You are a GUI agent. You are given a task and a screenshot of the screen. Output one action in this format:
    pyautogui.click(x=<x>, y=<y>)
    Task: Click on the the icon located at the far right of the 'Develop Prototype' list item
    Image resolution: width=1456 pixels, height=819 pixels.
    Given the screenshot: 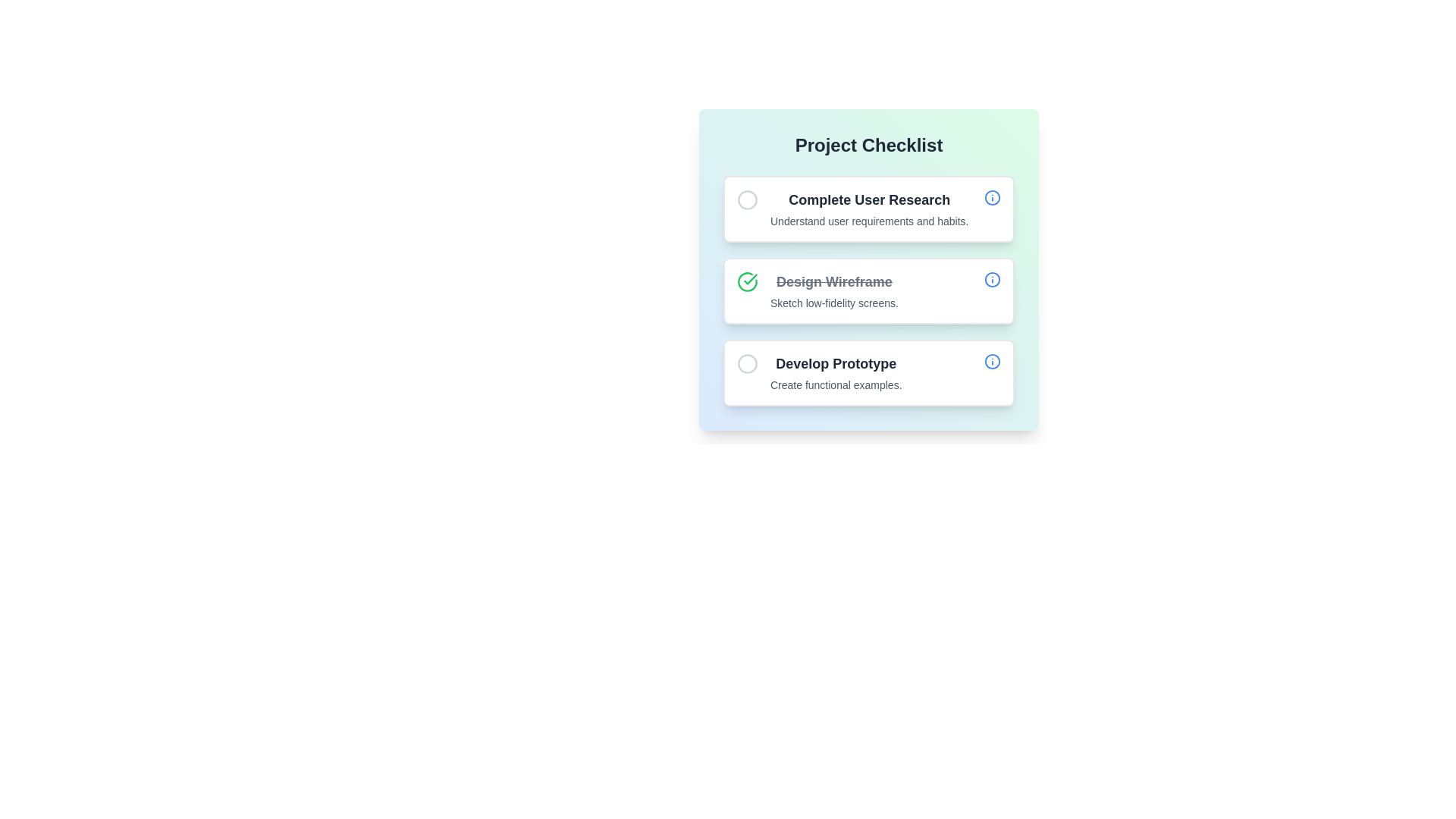 What is the action you would take?
    pyautogui.click(x=993, y=362)
    